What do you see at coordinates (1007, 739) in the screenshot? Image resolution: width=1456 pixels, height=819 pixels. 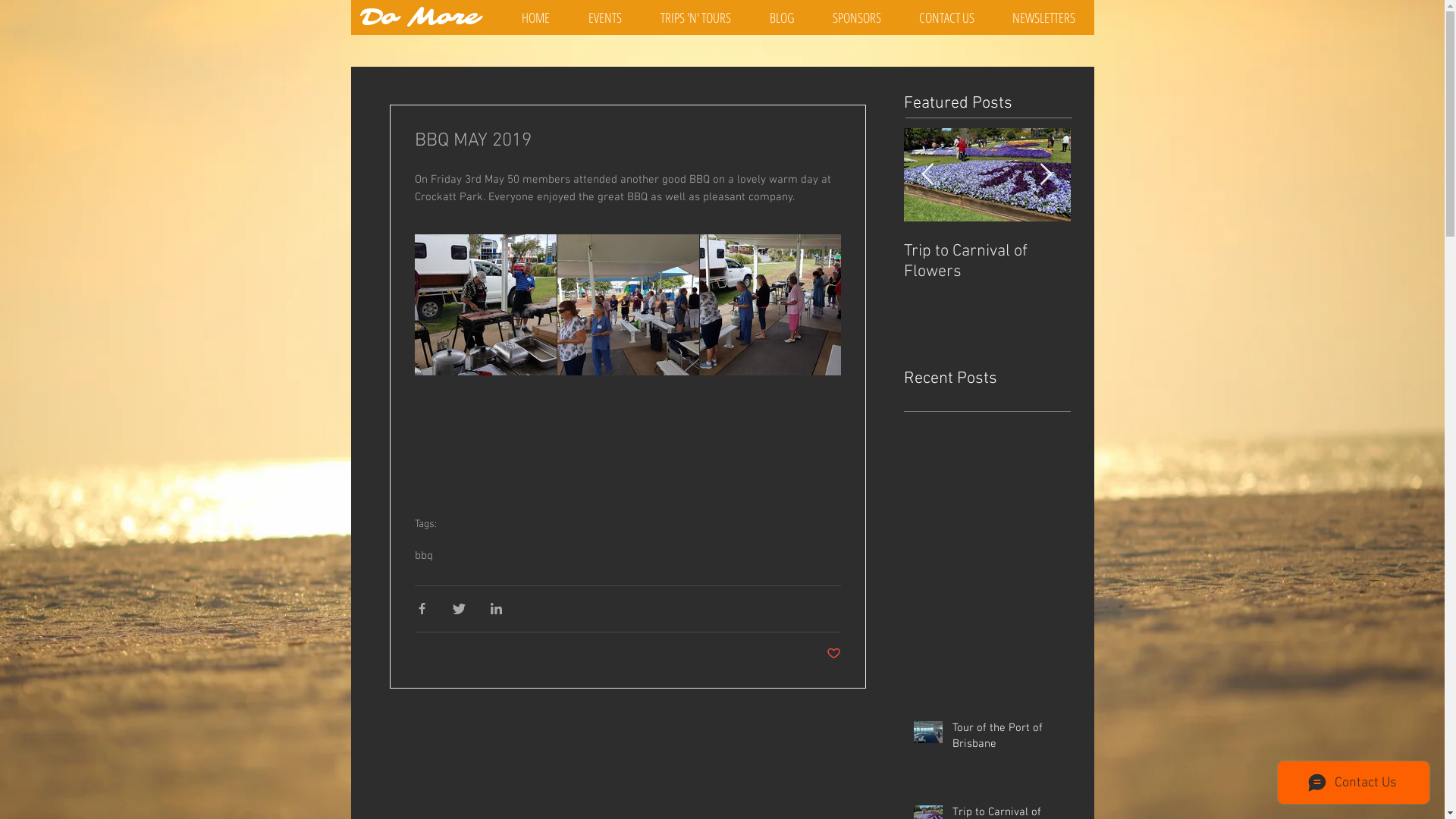 I see `'Tour of the Port of Brisbane'` at bounding box center [1007, 739].